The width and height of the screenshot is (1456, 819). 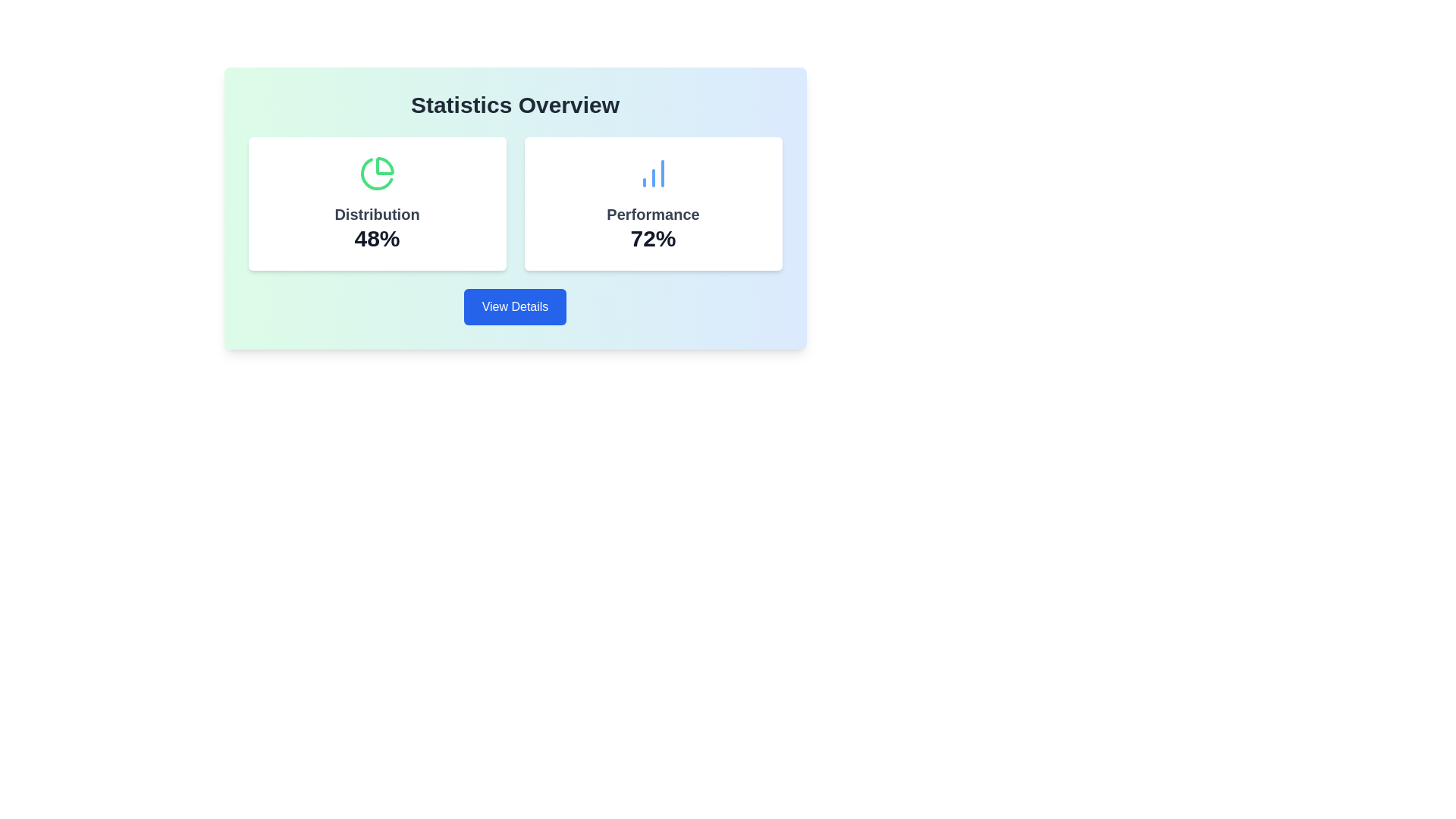 What do you see at coordinates (515, 307) in the screenshot?
I see `the call-to-action button located beneath the 'Distribution' and 'Performance' sections for keyboard navigation` at bounding box center [515, 307].